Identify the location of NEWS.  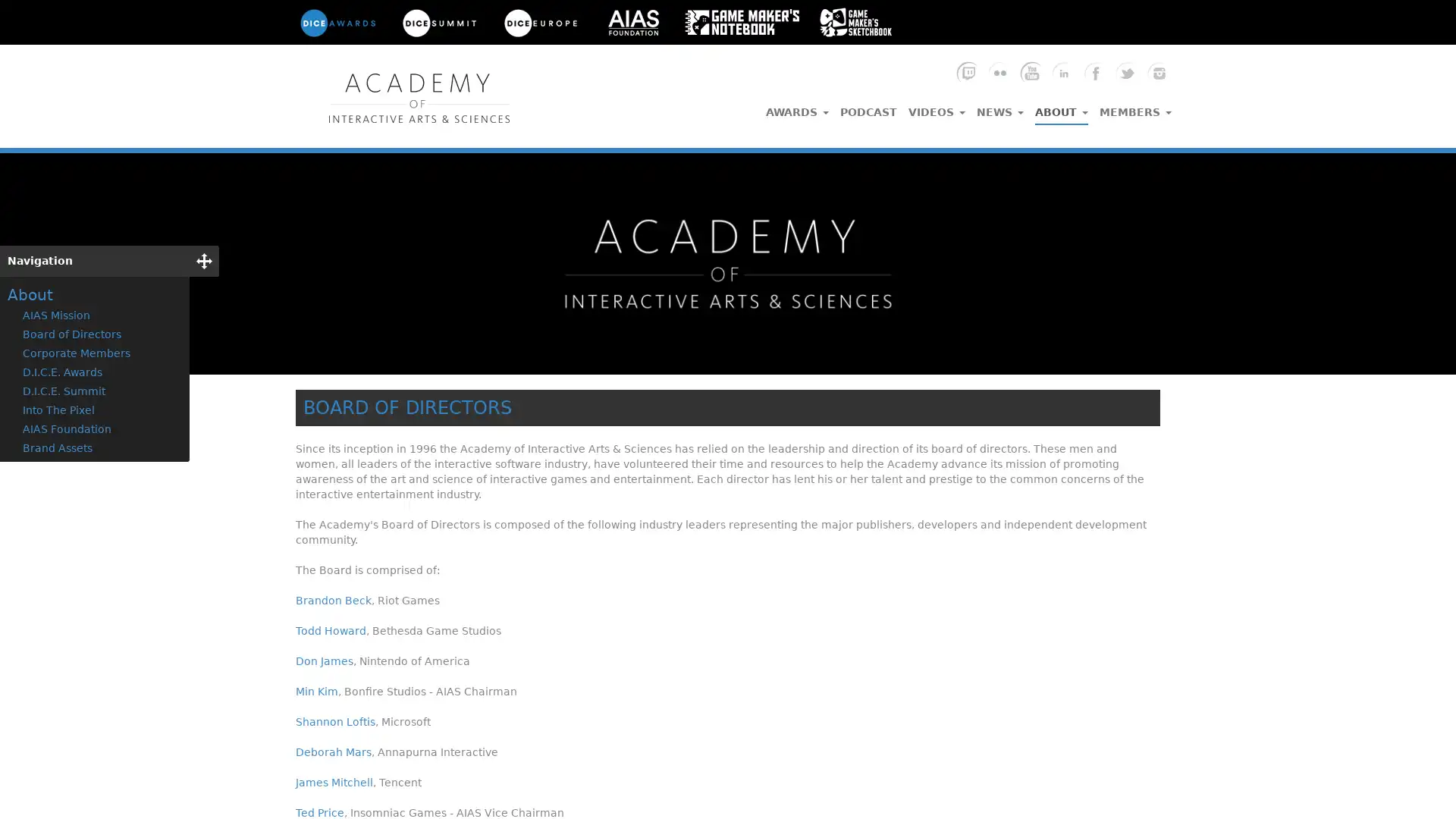
(1000, 107).